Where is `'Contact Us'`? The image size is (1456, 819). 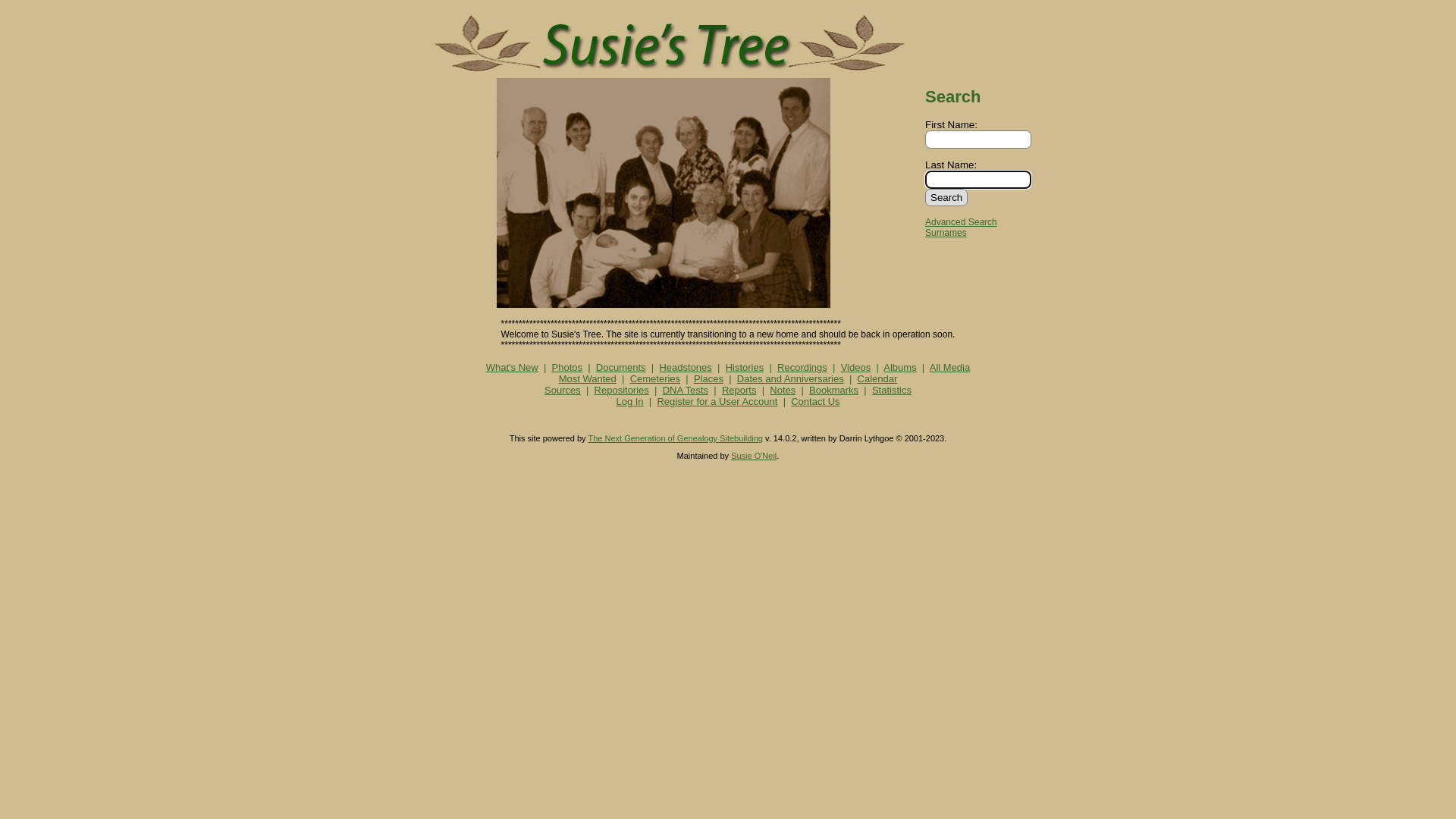 'Contact Us' is located at coordinates (814, 400).